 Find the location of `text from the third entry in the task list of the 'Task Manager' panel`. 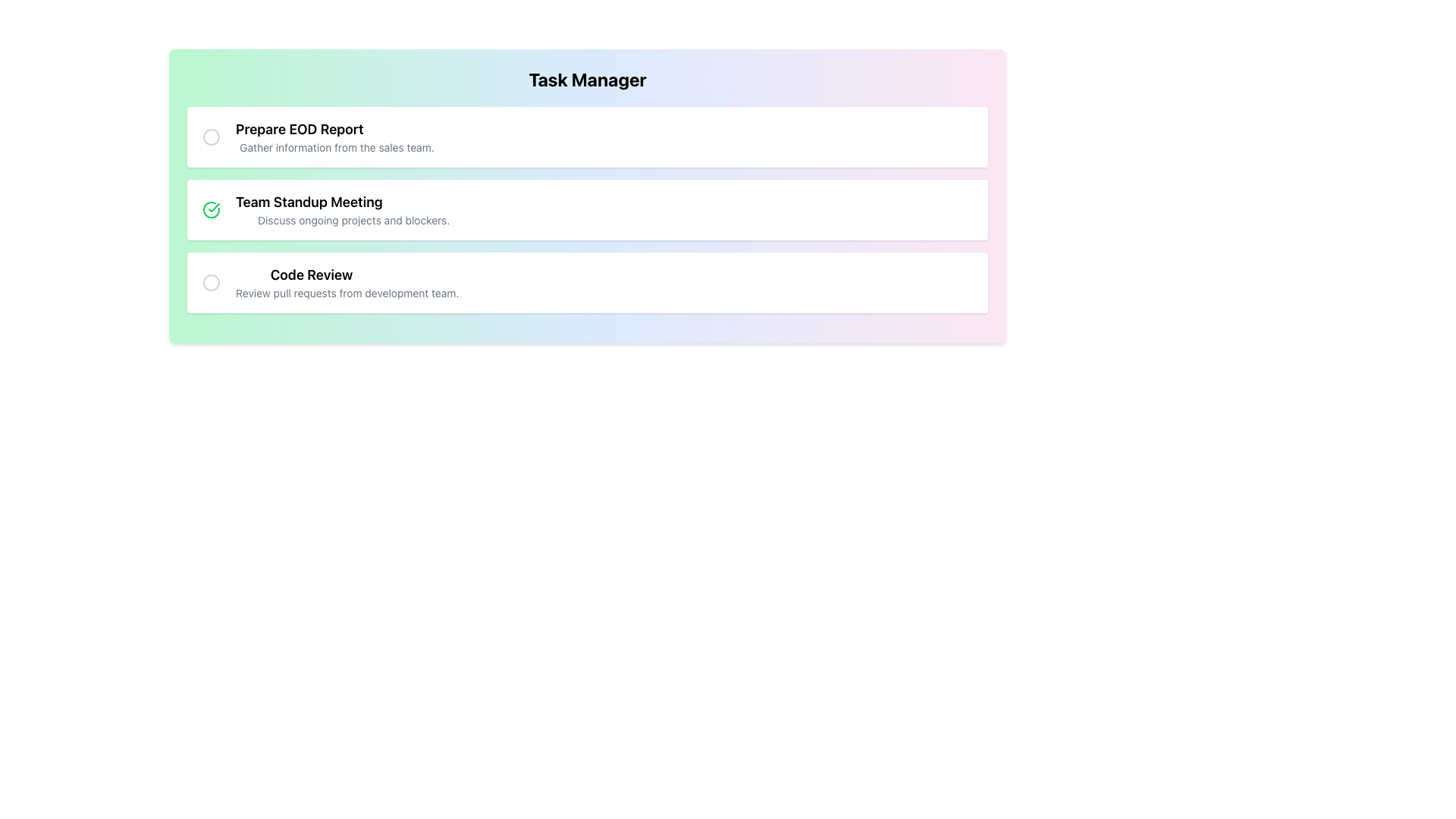

text from the third entry in the task list of the 'Task Manager' panel is located at coordinates (347, 275).